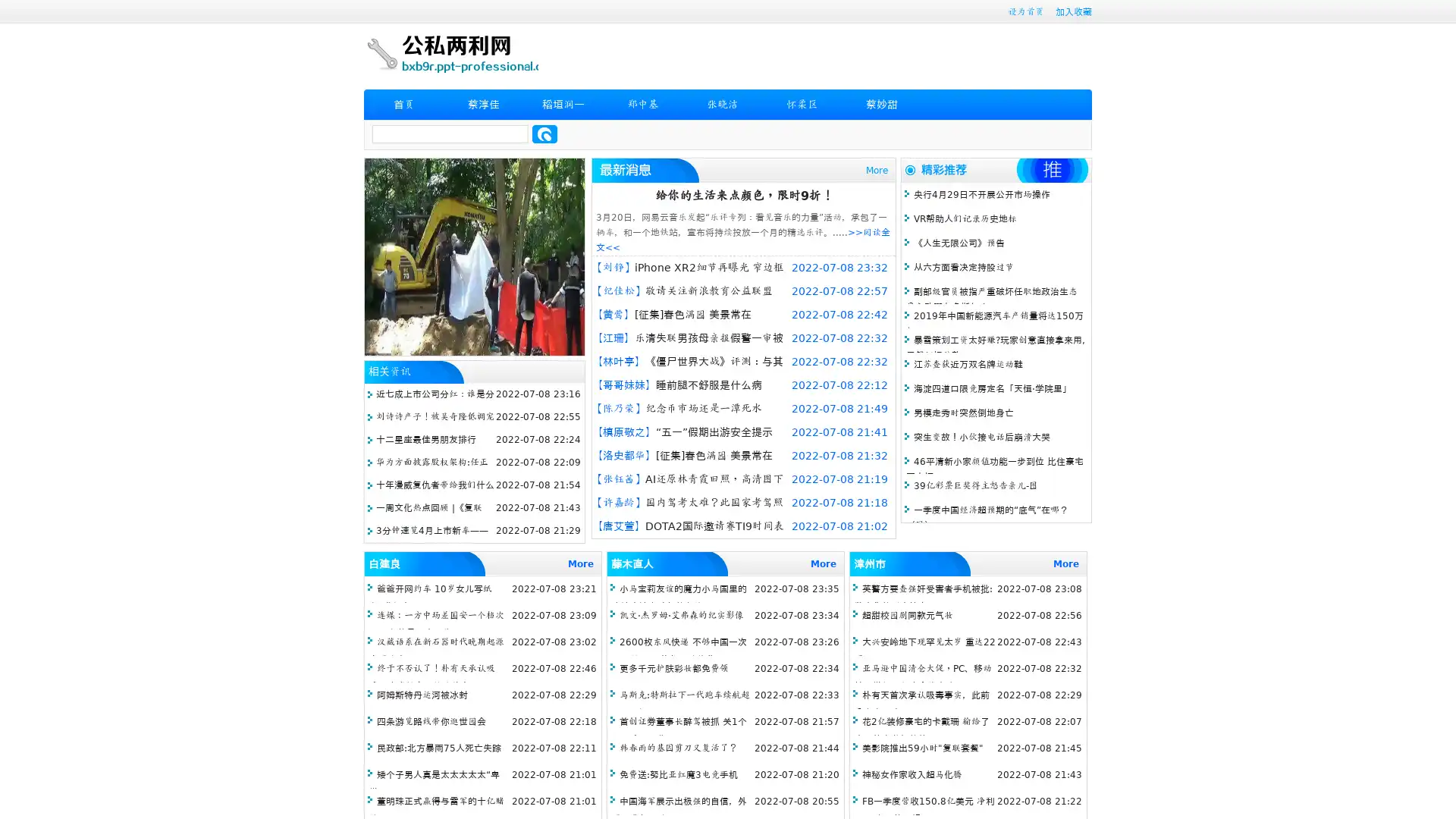 The image size is (1456, 819). I want to click on Search, so click(544, 133).